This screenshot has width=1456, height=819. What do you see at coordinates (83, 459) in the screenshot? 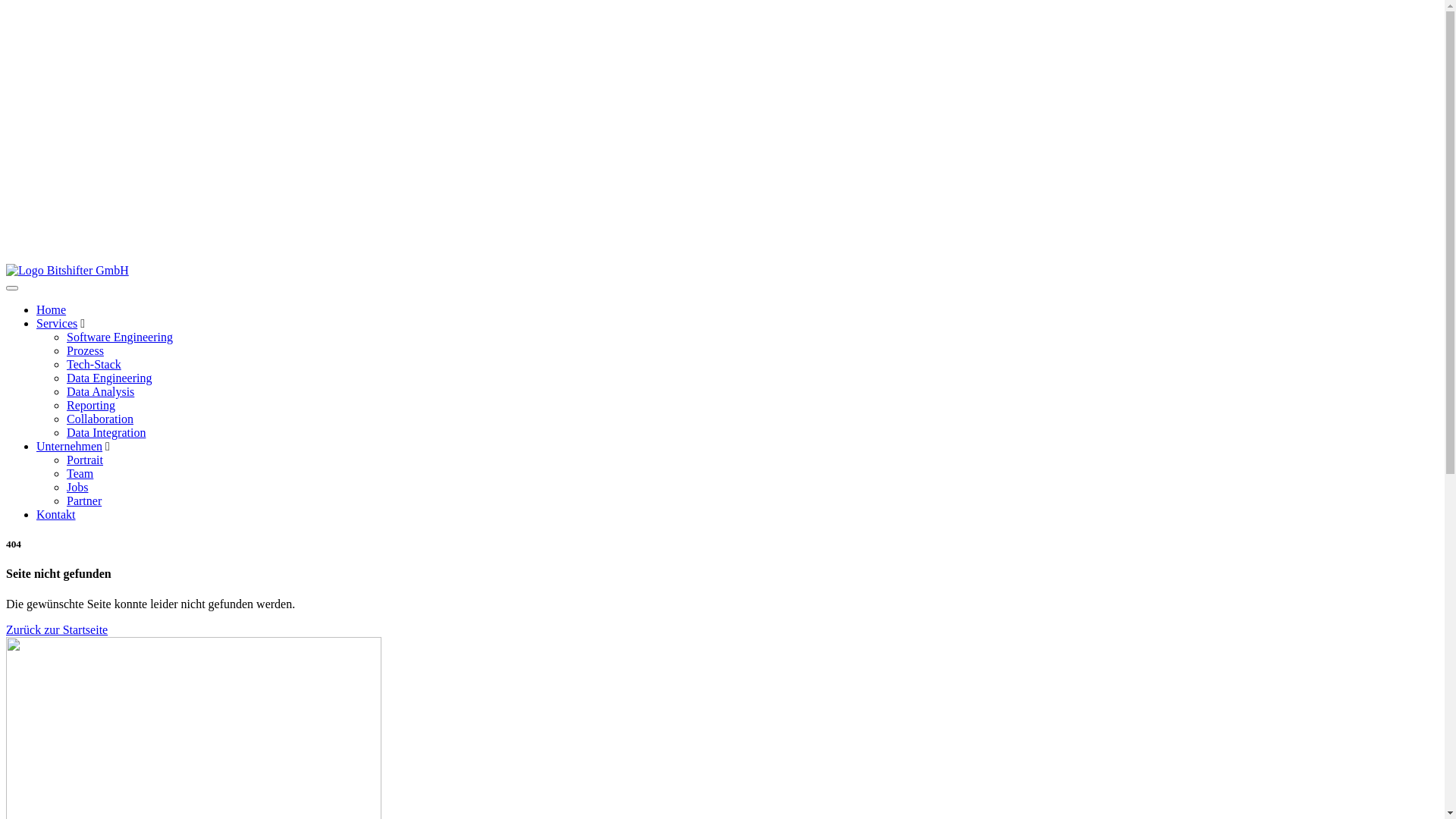
I see `'Portrait'` at bounding box center [83, 459].